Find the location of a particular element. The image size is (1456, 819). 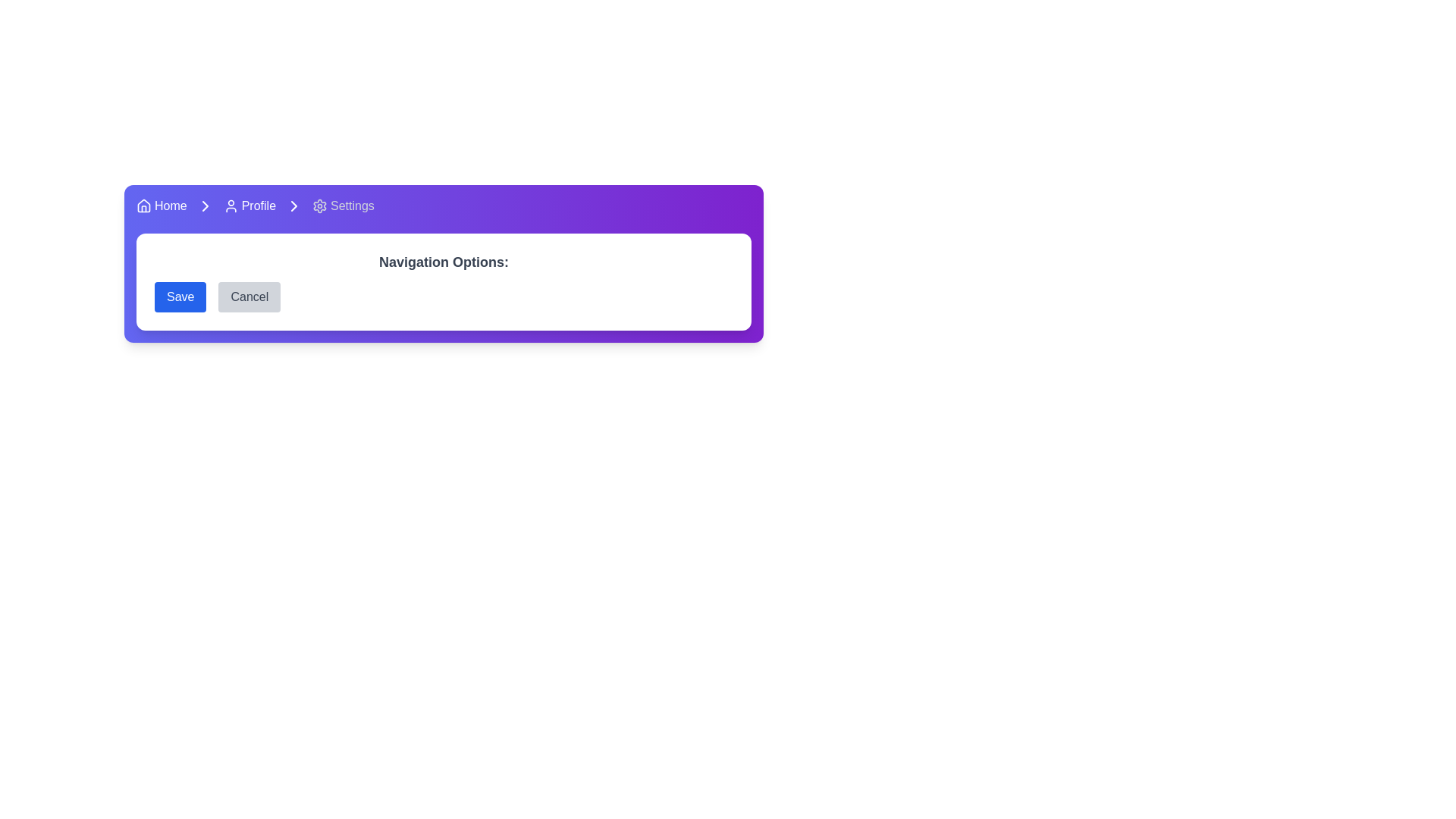

the gear-like SVG graphic in the 'Settings' breadcrumb navigation bar, which features a central hub and radiating teeth is located at coordinates (319, 206).